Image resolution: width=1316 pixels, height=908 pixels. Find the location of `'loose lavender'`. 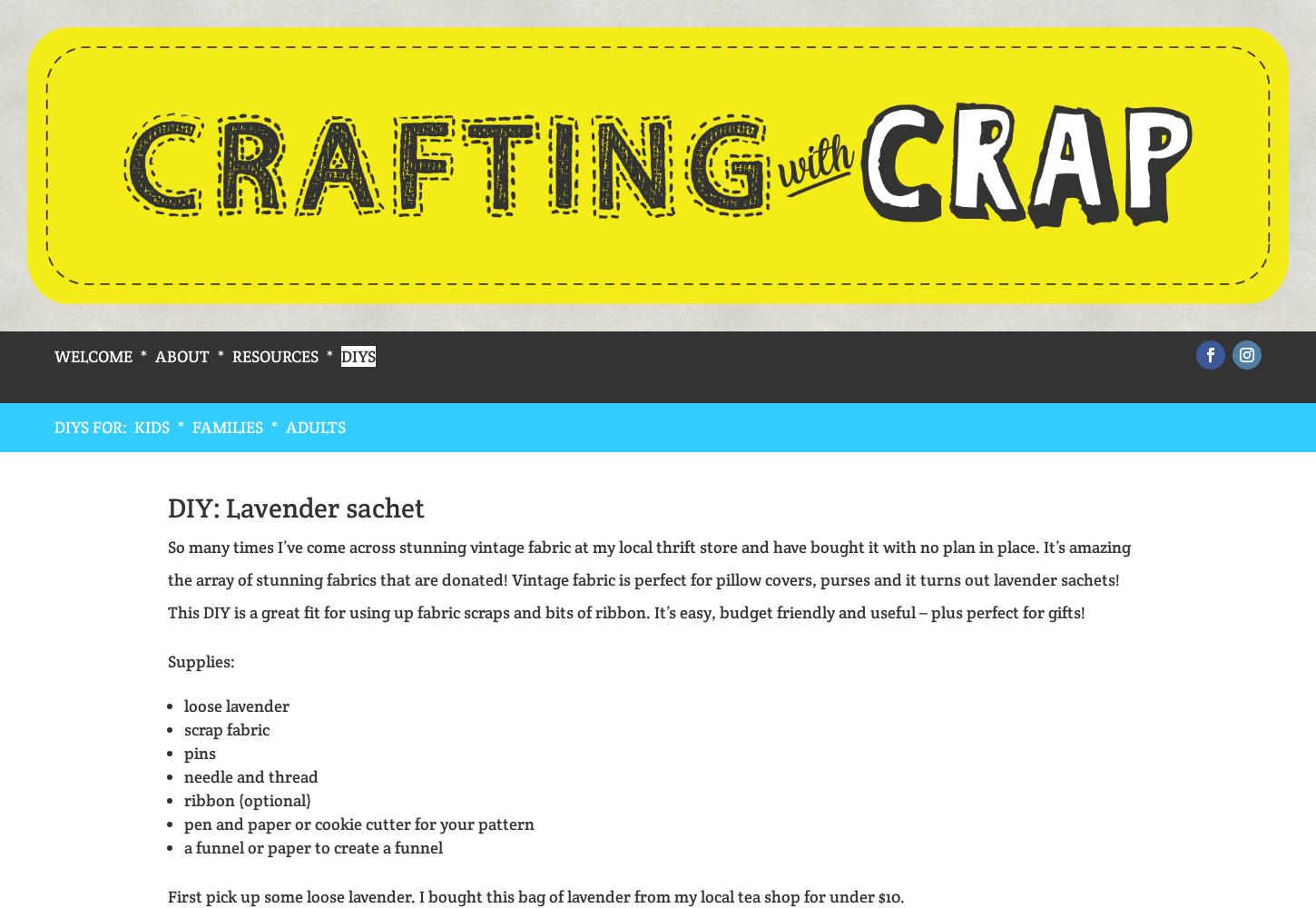

'loose lavender' is located at coordinates (237, 705).